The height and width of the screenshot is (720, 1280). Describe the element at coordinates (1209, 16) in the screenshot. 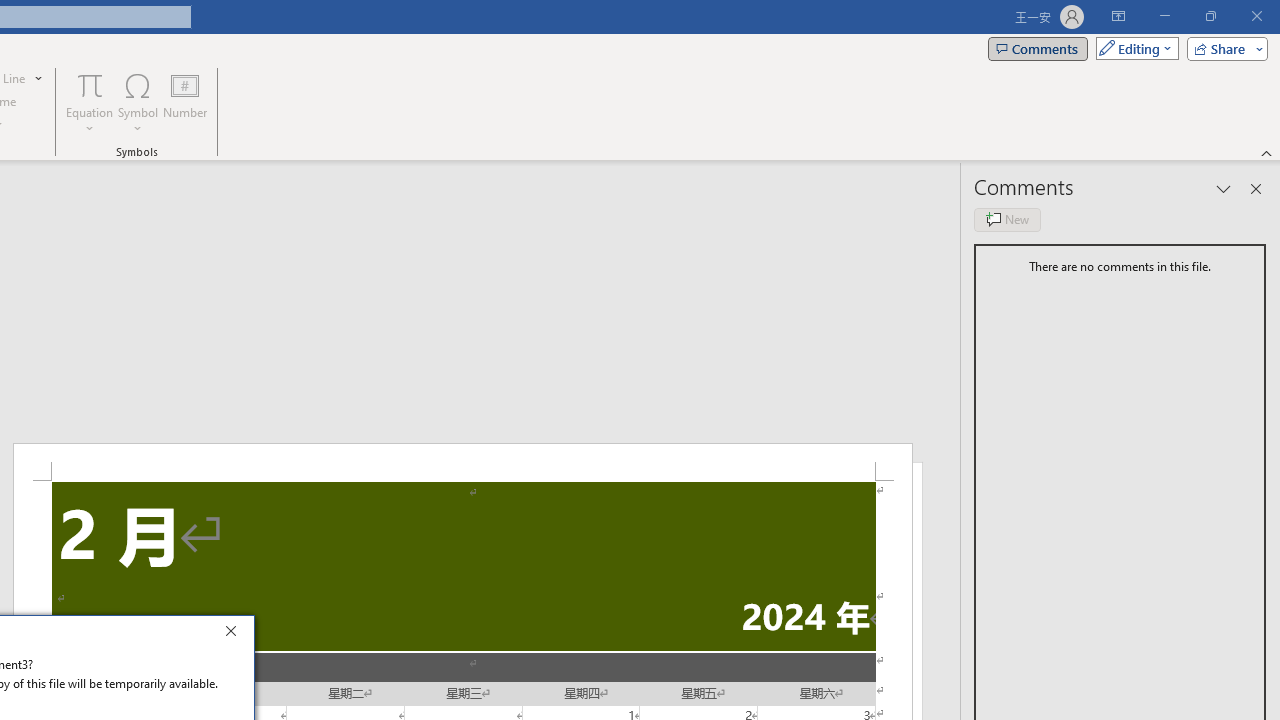

I see `'Restore Down'` at that location.